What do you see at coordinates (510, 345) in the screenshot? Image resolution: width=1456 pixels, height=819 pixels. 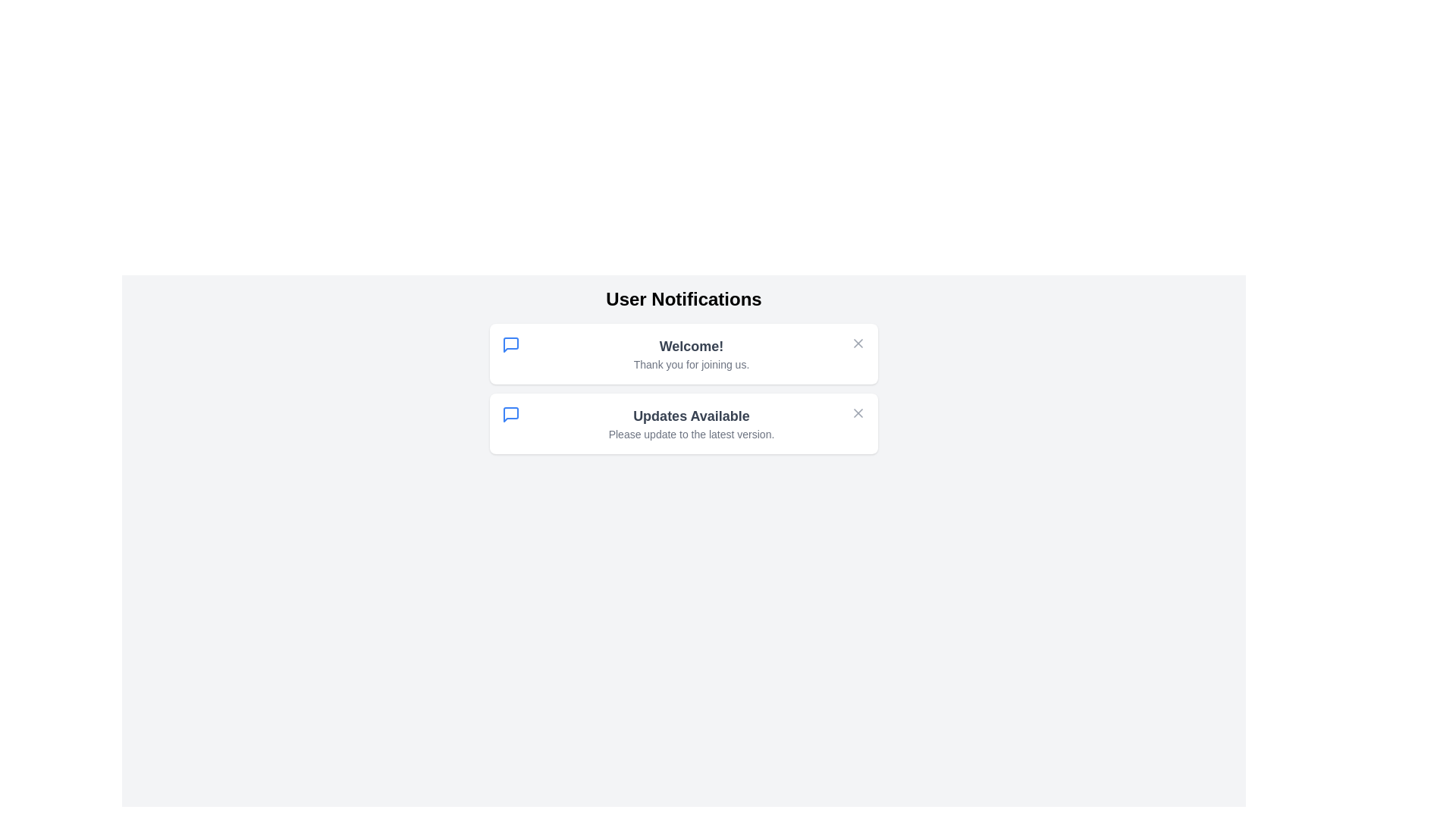 I see `the message notification icon located in the first notification box under the 'User Notifications' heading, which is aligned to the left adjacent to the text content` at bounding box center [510, 345].